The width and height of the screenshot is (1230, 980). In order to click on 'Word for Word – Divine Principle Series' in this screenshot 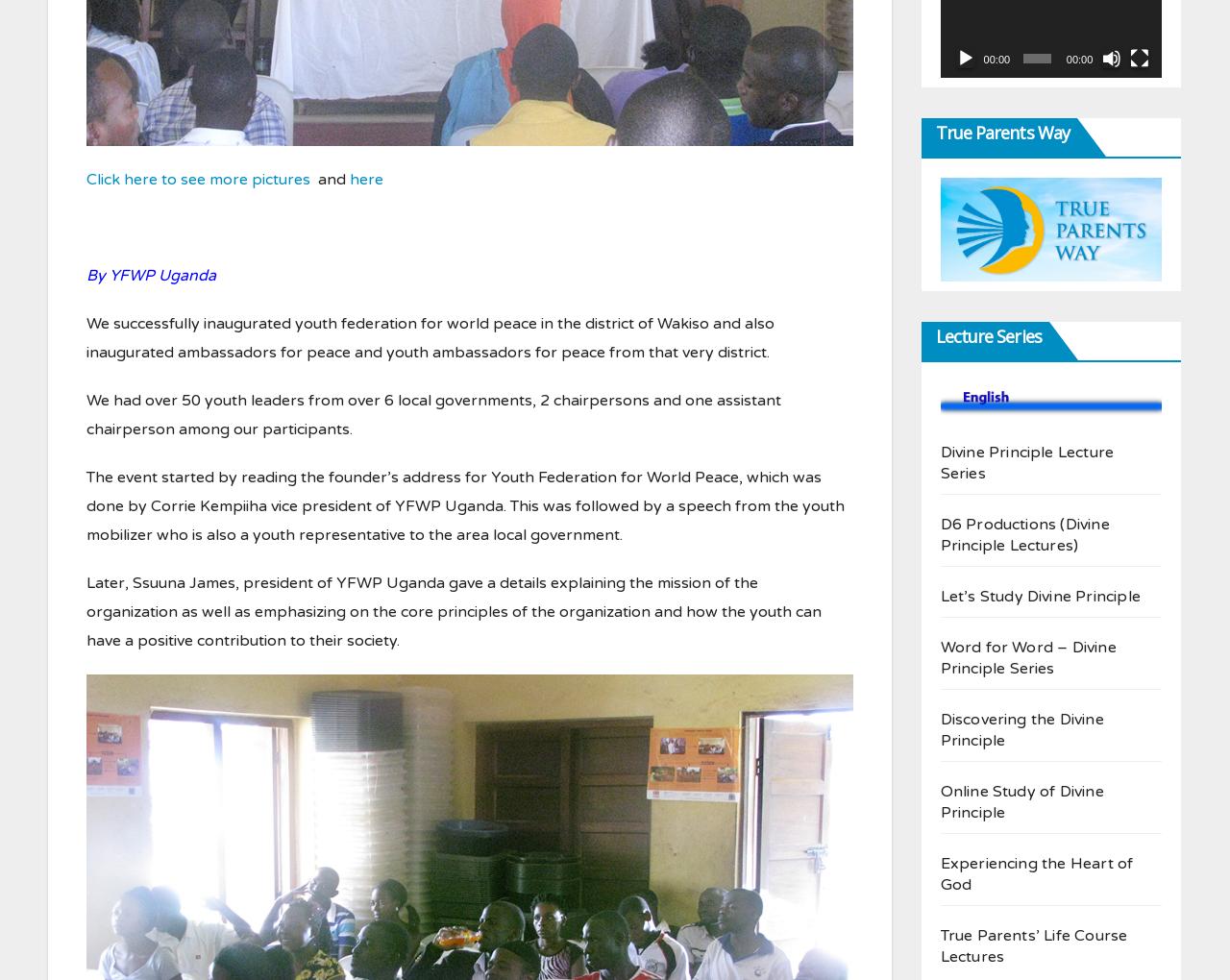, I will do `click(1026, 657)`.